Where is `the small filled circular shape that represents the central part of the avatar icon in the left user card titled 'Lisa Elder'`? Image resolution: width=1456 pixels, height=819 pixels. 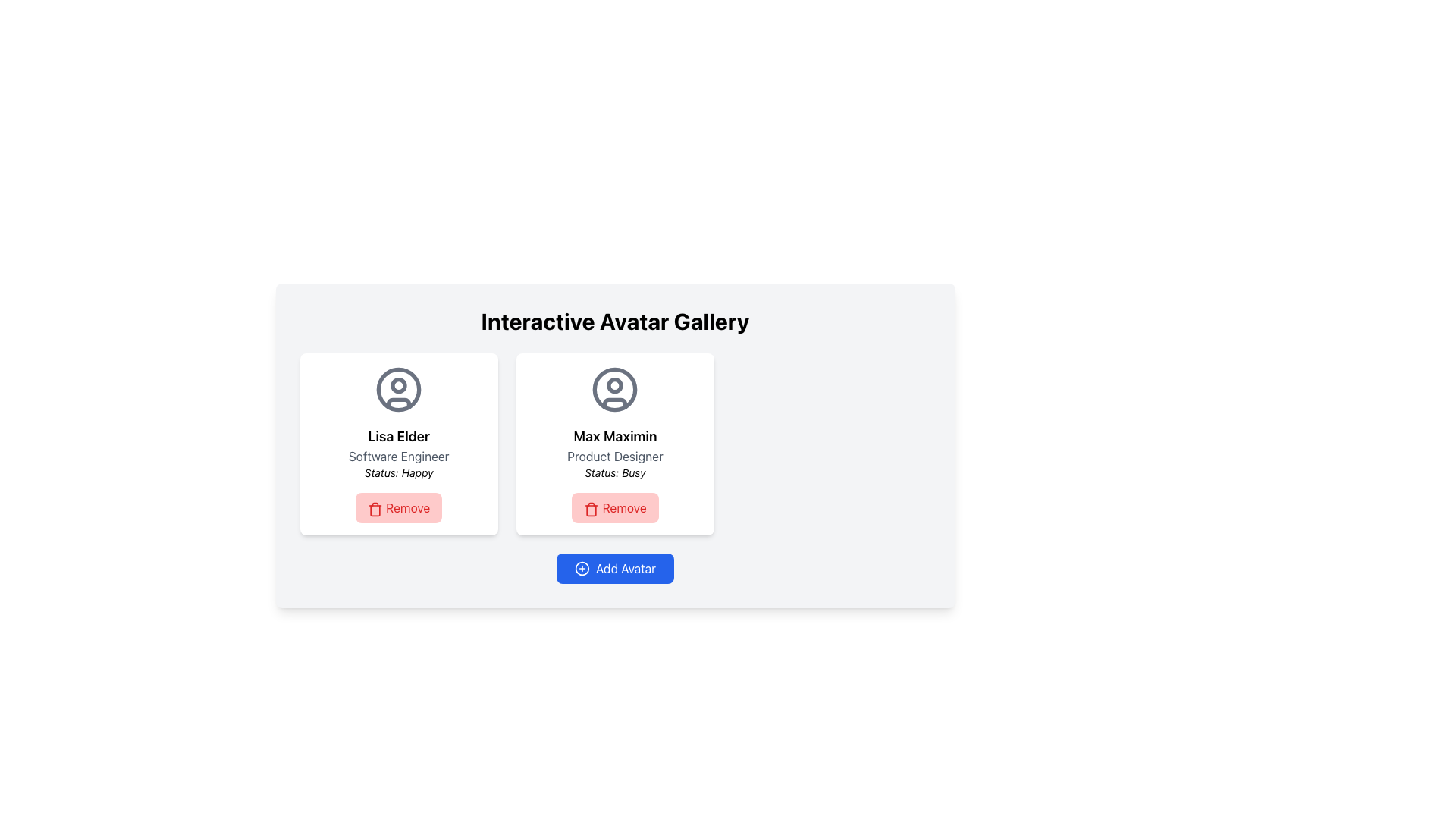 the small filled circular shape that represents the central part of the avatar icon in the left user card titled 'Lisa Elder' is located at coordinates (399, 384).